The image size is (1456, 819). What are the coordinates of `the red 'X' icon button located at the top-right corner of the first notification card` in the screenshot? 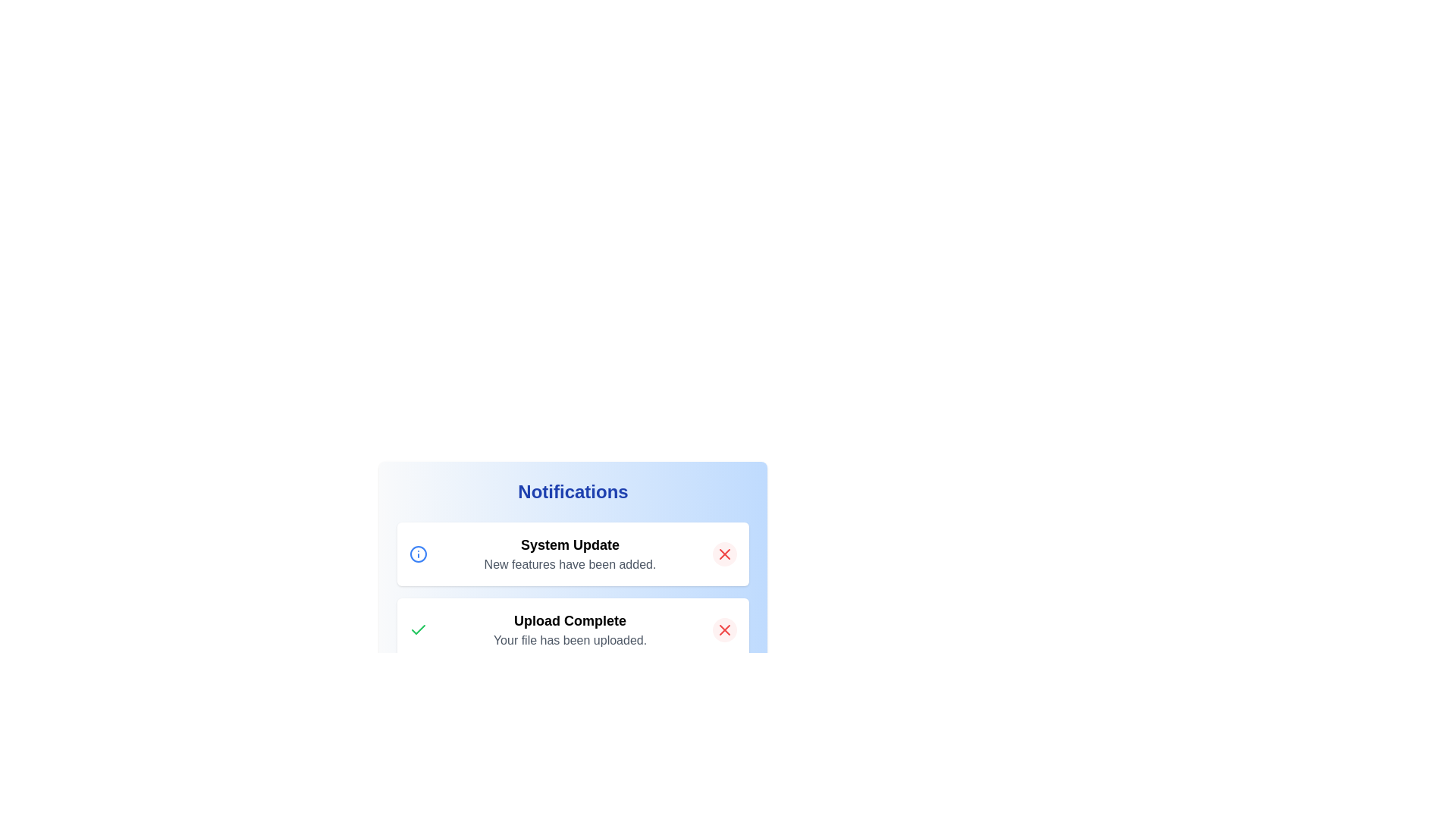 It's located at (723, 554).